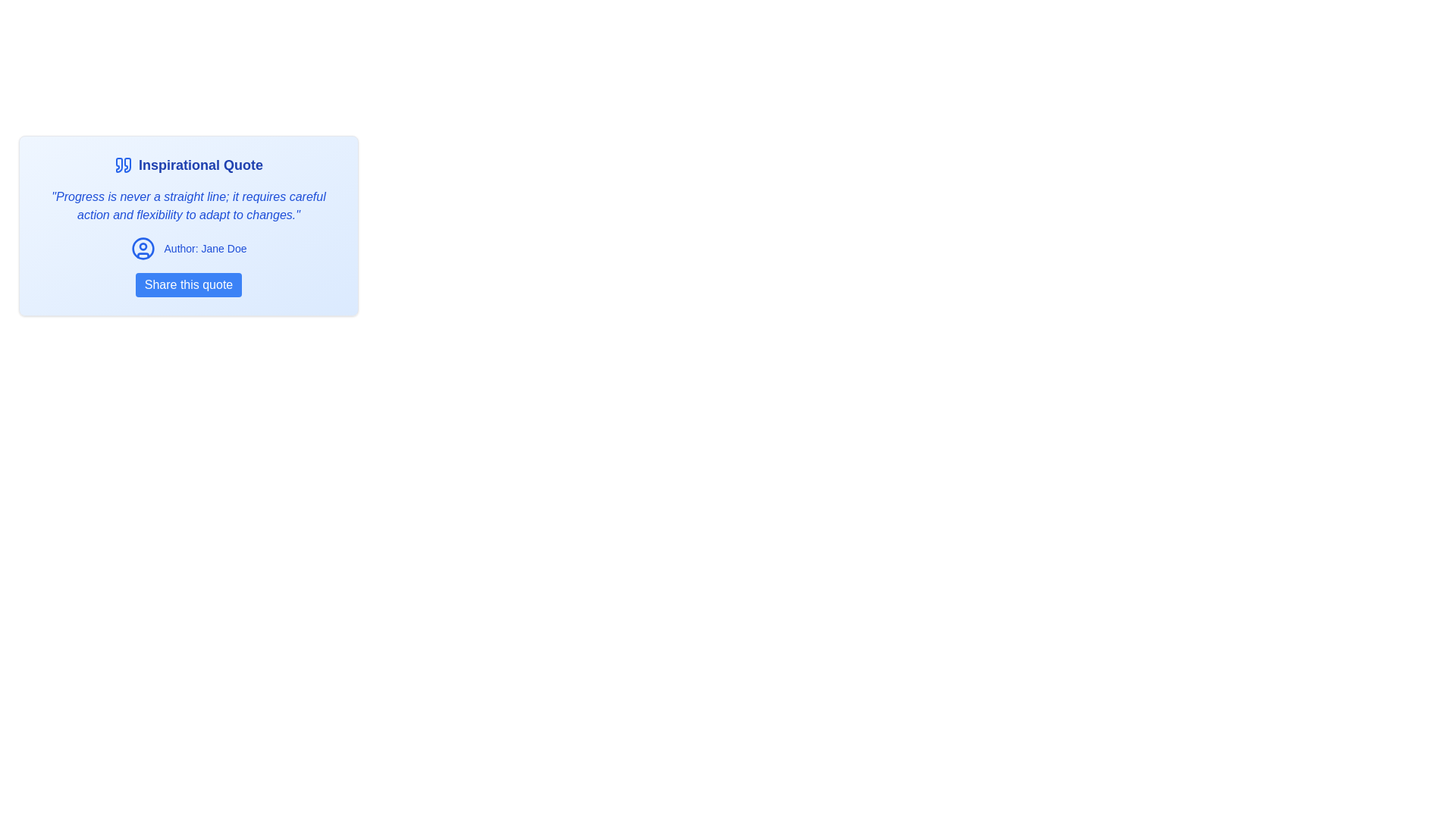 The width and height of the screenshot is (1456, 819). What do you see at coordinates (124, 165) in the screenshot?
I see `the icon depicting double quotation marks with a blue outline, located to the left of the text 'Inspirational Quote'` at bounding box center [124, 165].